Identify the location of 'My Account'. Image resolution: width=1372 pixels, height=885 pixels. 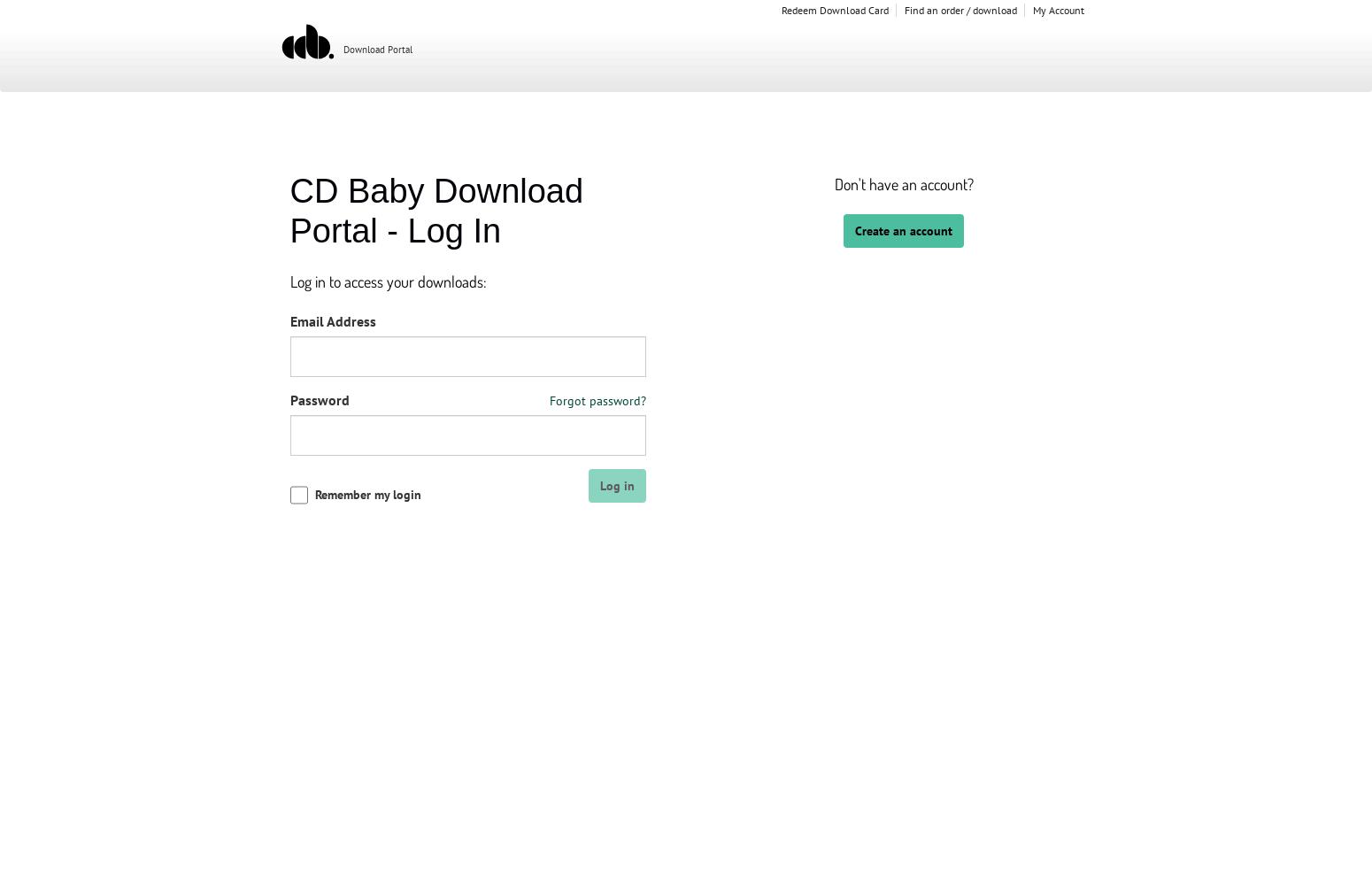
(1058, 10).